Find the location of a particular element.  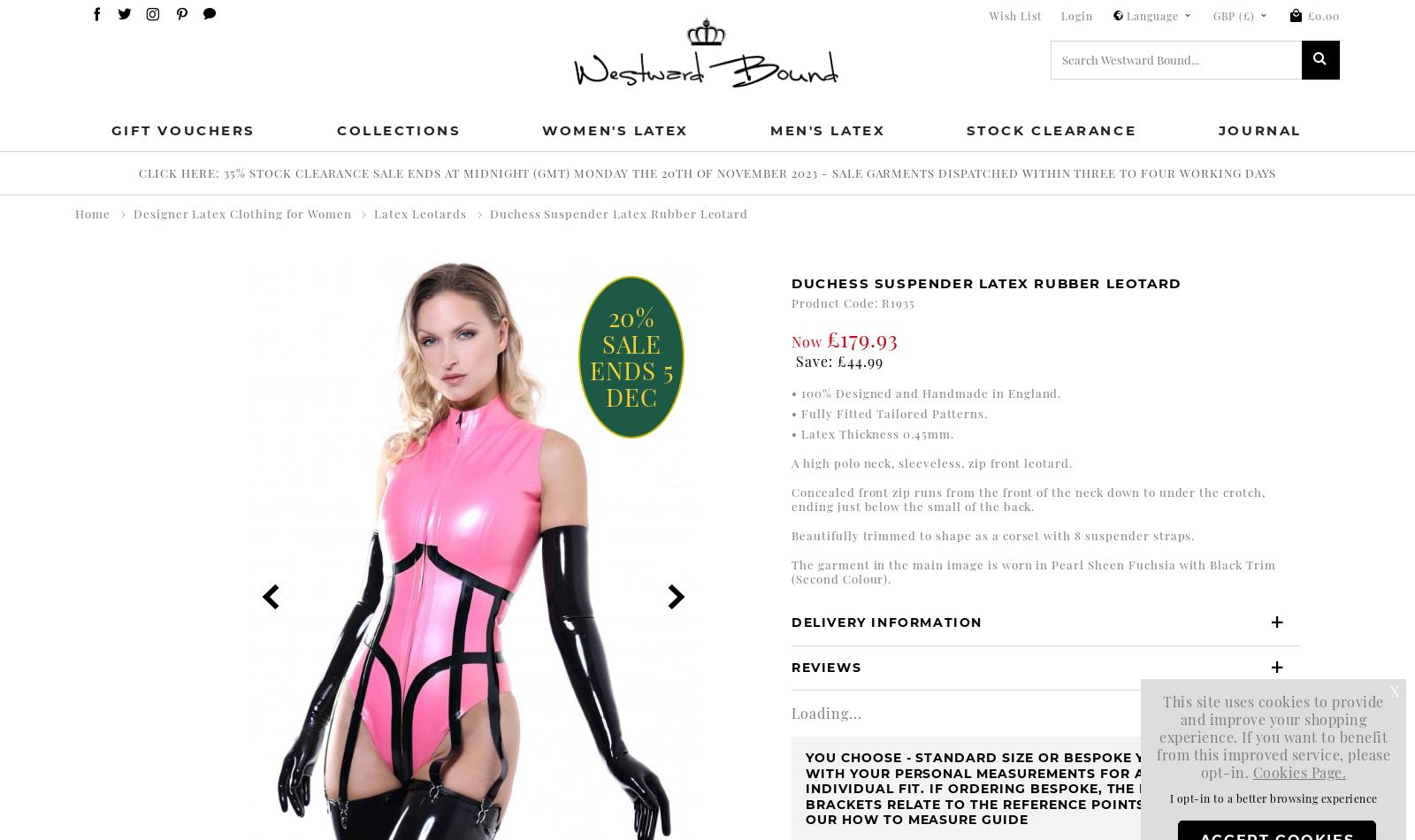

'Latex Corsets and Kilts' is located at coordinates (248, 257).